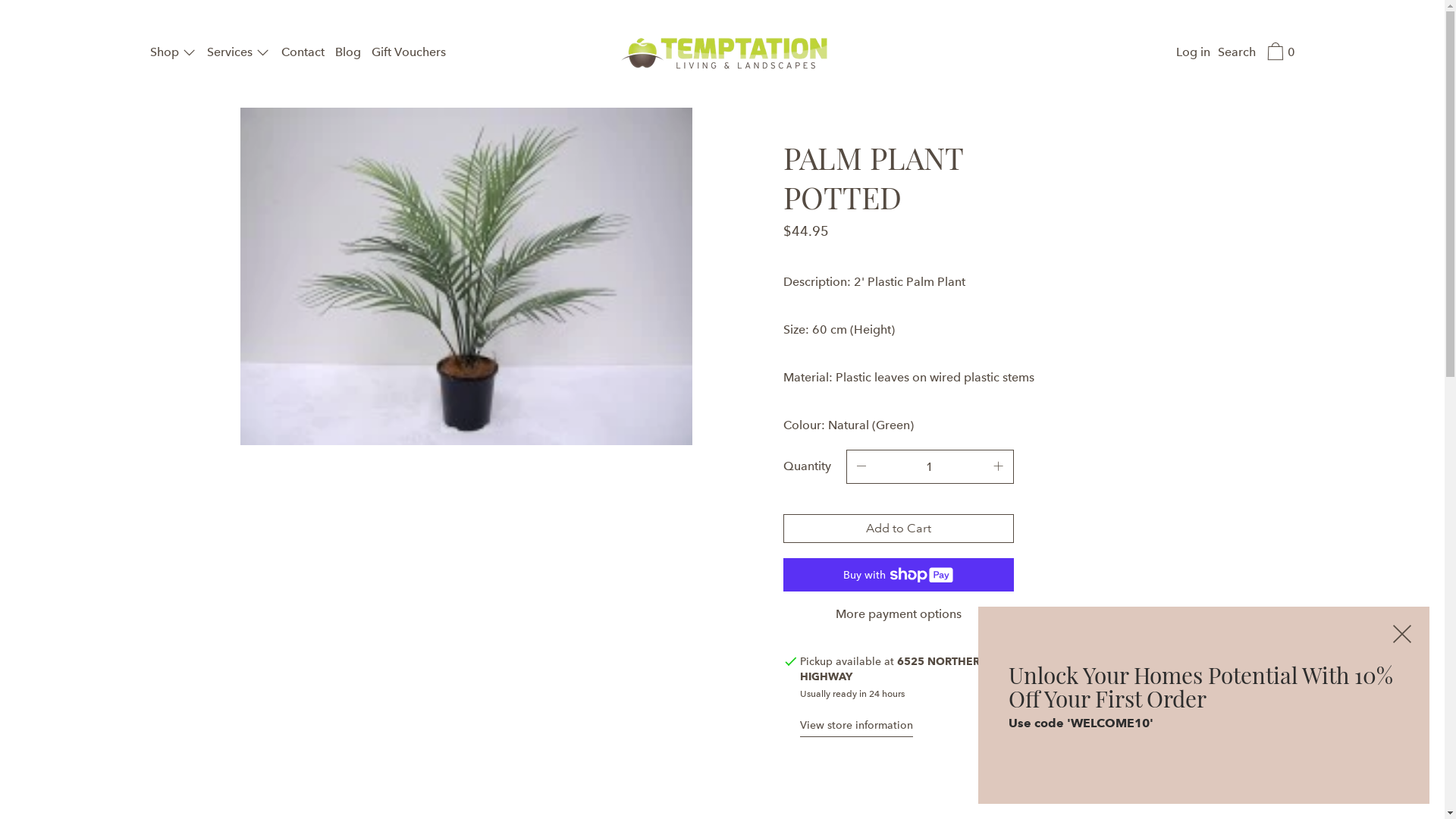  I want to click on 'Contact', so click(302, 52).